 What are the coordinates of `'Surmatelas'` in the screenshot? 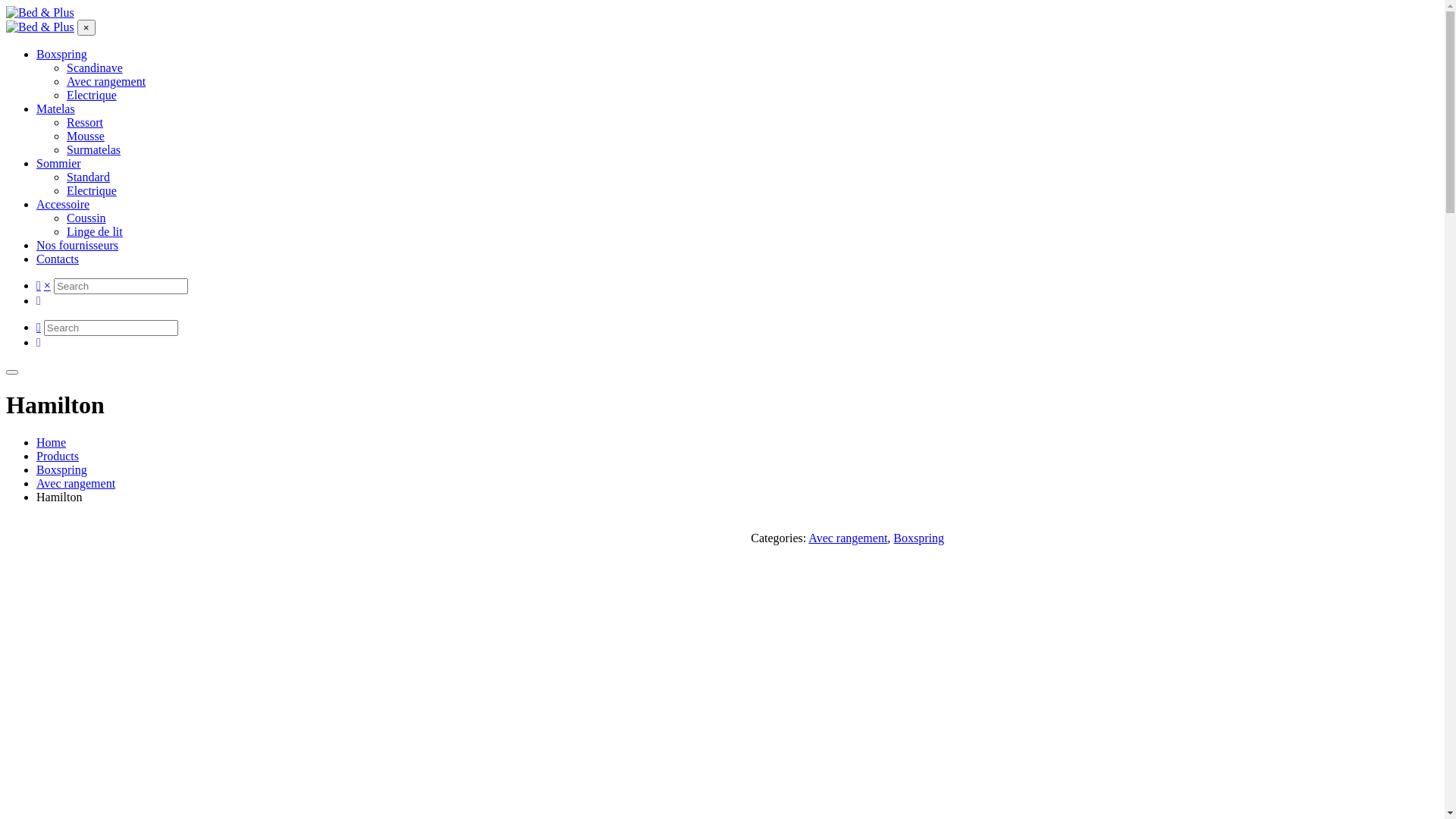 It's located at (93, 149).